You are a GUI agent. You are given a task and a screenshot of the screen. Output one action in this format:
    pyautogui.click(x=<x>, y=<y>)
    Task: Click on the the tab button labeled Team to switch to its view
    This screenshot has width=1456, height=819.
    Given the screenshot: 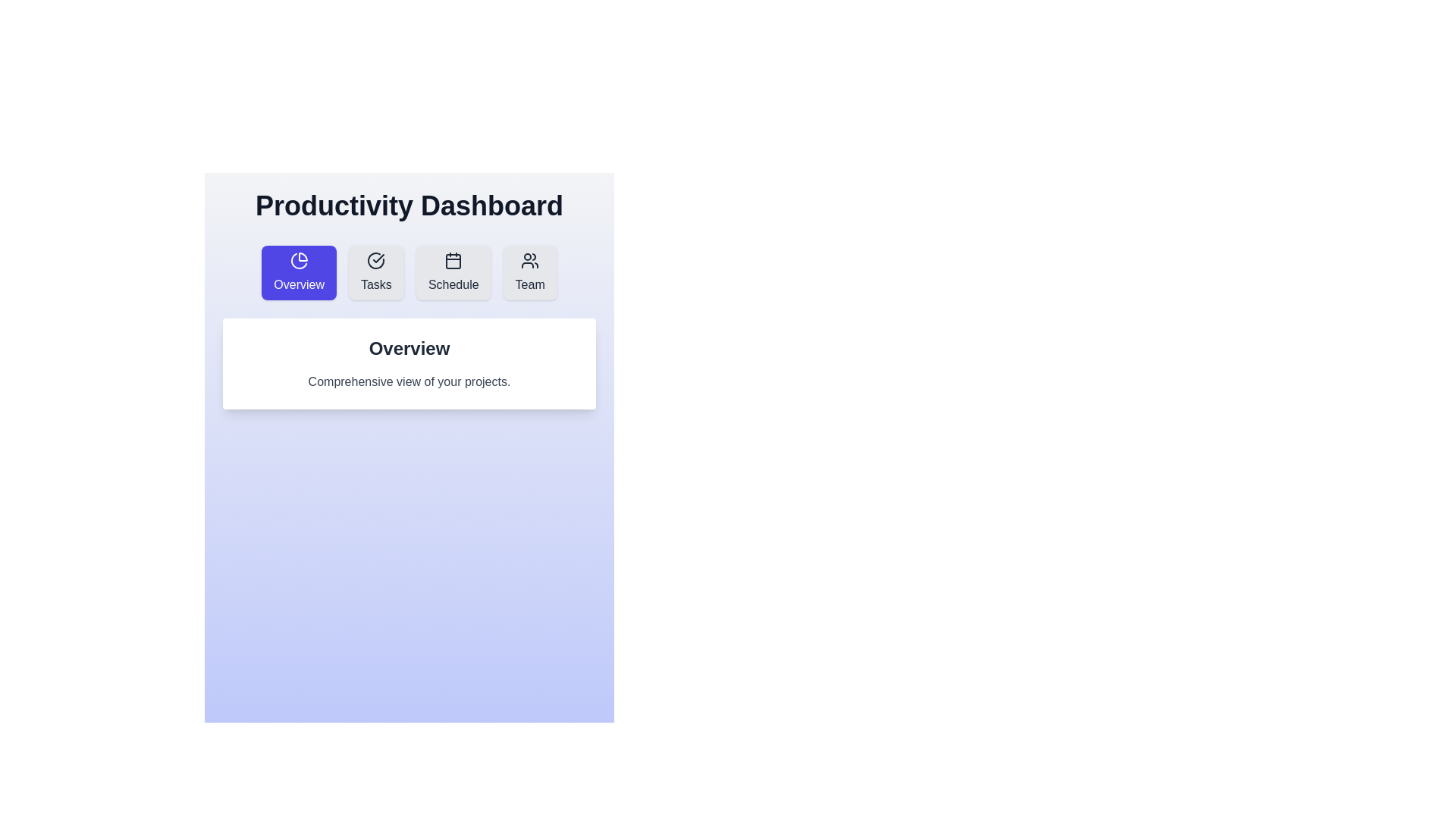 What is the action you would take?
    pyautogui.click(x=530, y=271)
    